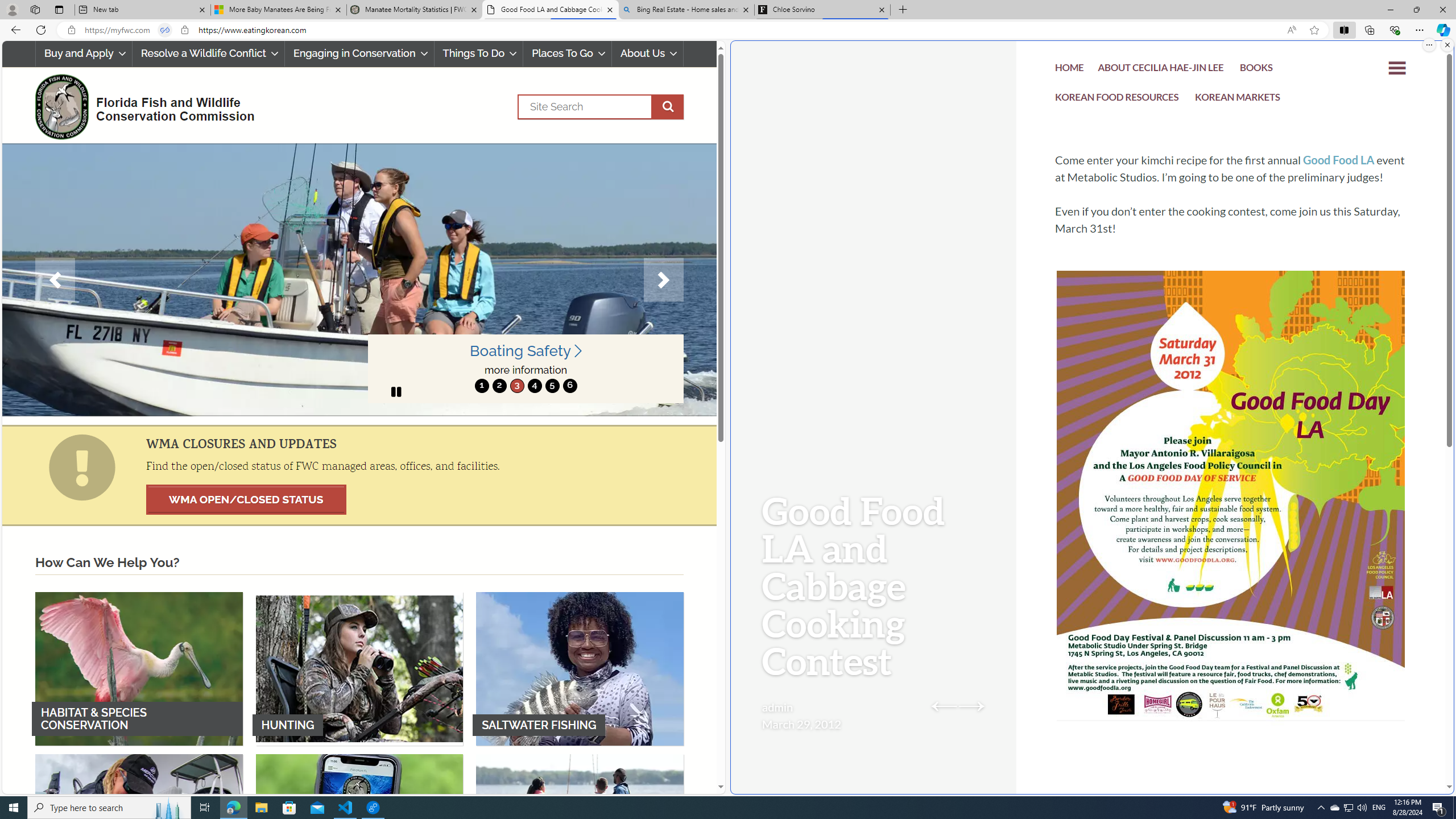 Image resolution: width=1456 pixels, height=819 pixels. I want to click on 'Next', so click(663, 279).